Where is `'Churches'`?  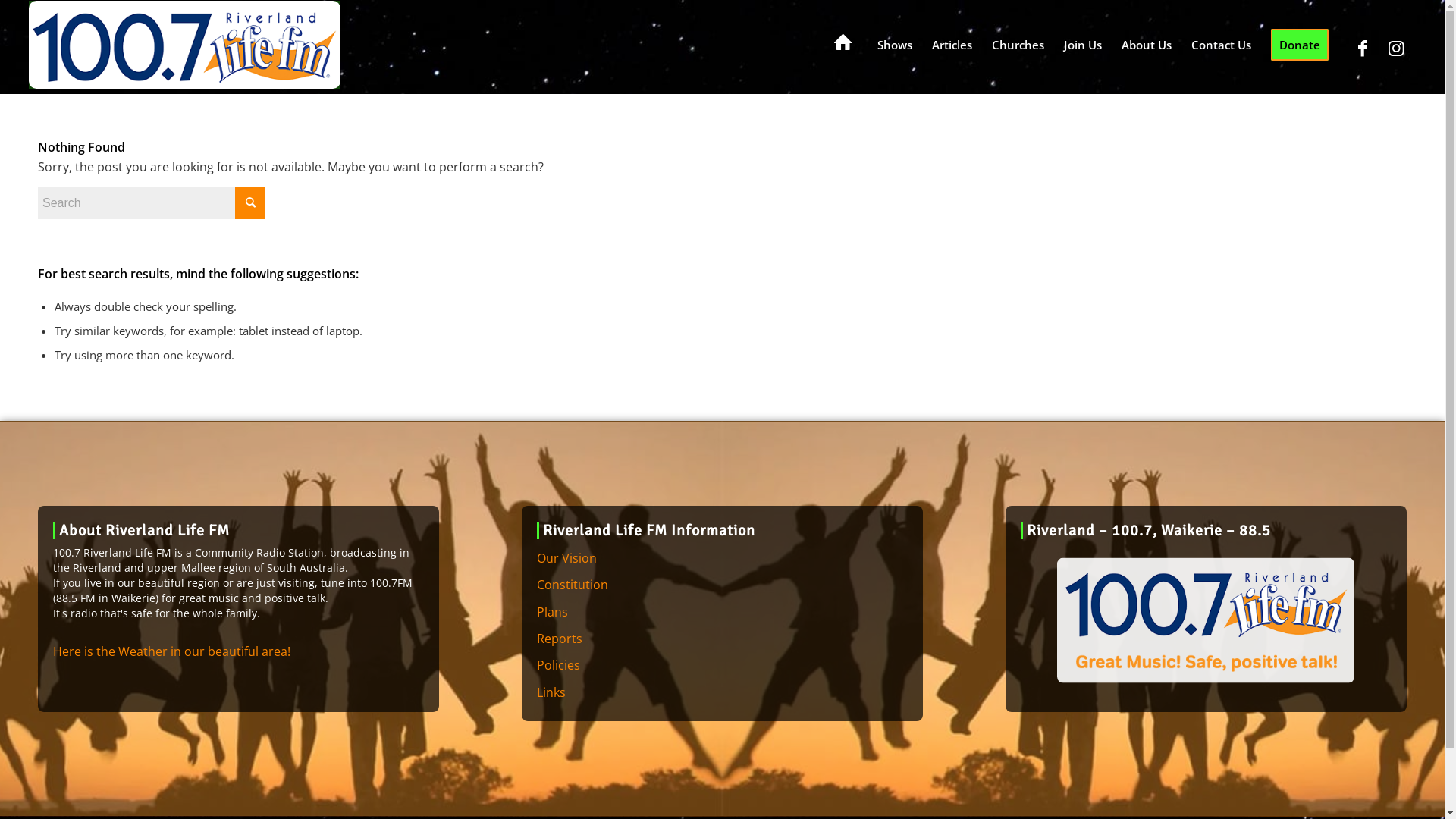 'Churches' is located at coordinates (1018, 43).